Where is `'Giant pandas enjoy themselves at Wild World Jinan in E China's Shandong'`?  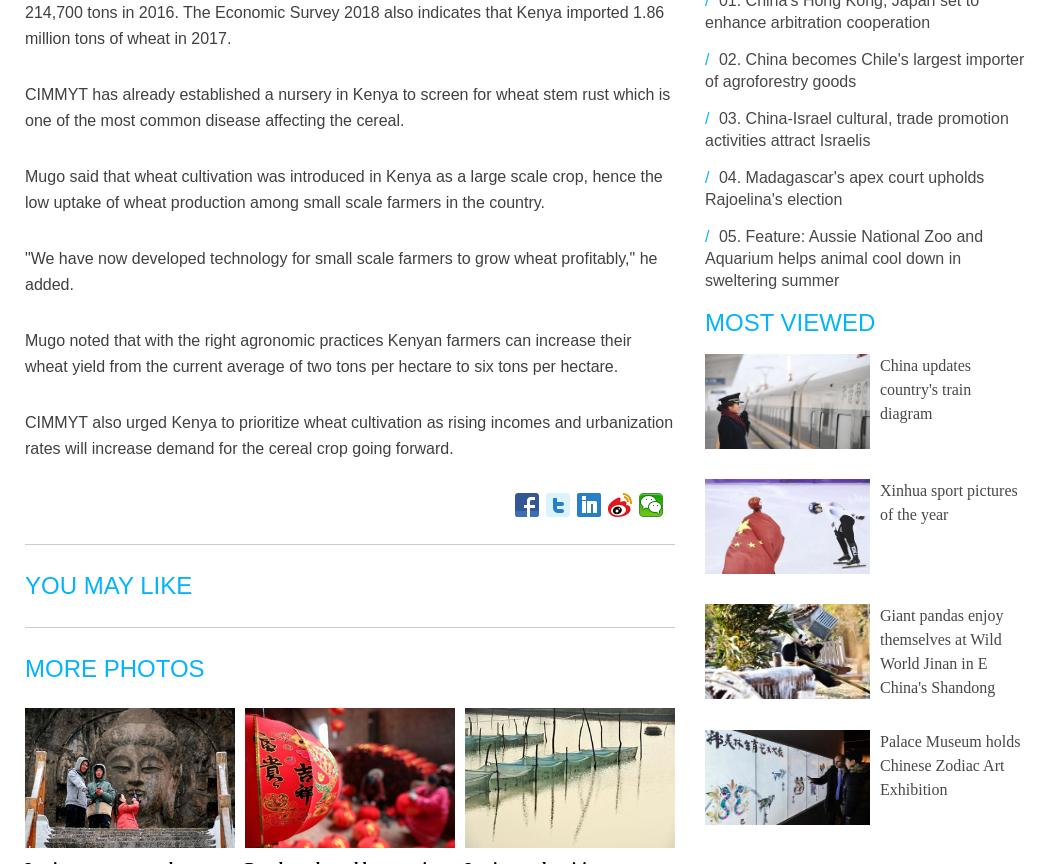 'Giant pandas enjoy themselves at Wild World Jinan in E China's Shandong' is located at coordinates (940, 651).